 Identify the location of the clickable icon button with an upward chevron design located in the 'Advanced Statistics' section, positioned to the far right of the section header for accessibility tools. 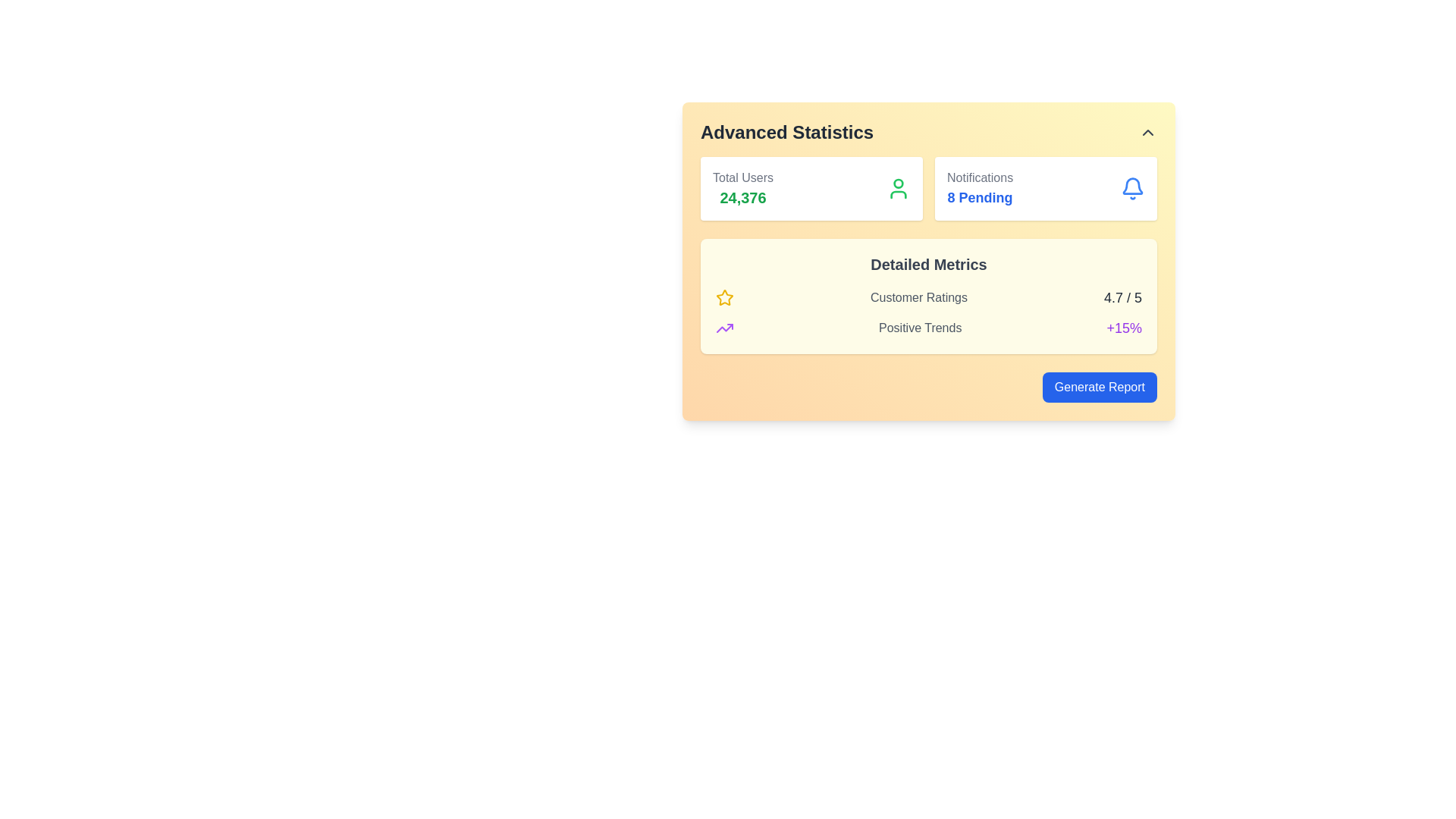
(1147, 131).